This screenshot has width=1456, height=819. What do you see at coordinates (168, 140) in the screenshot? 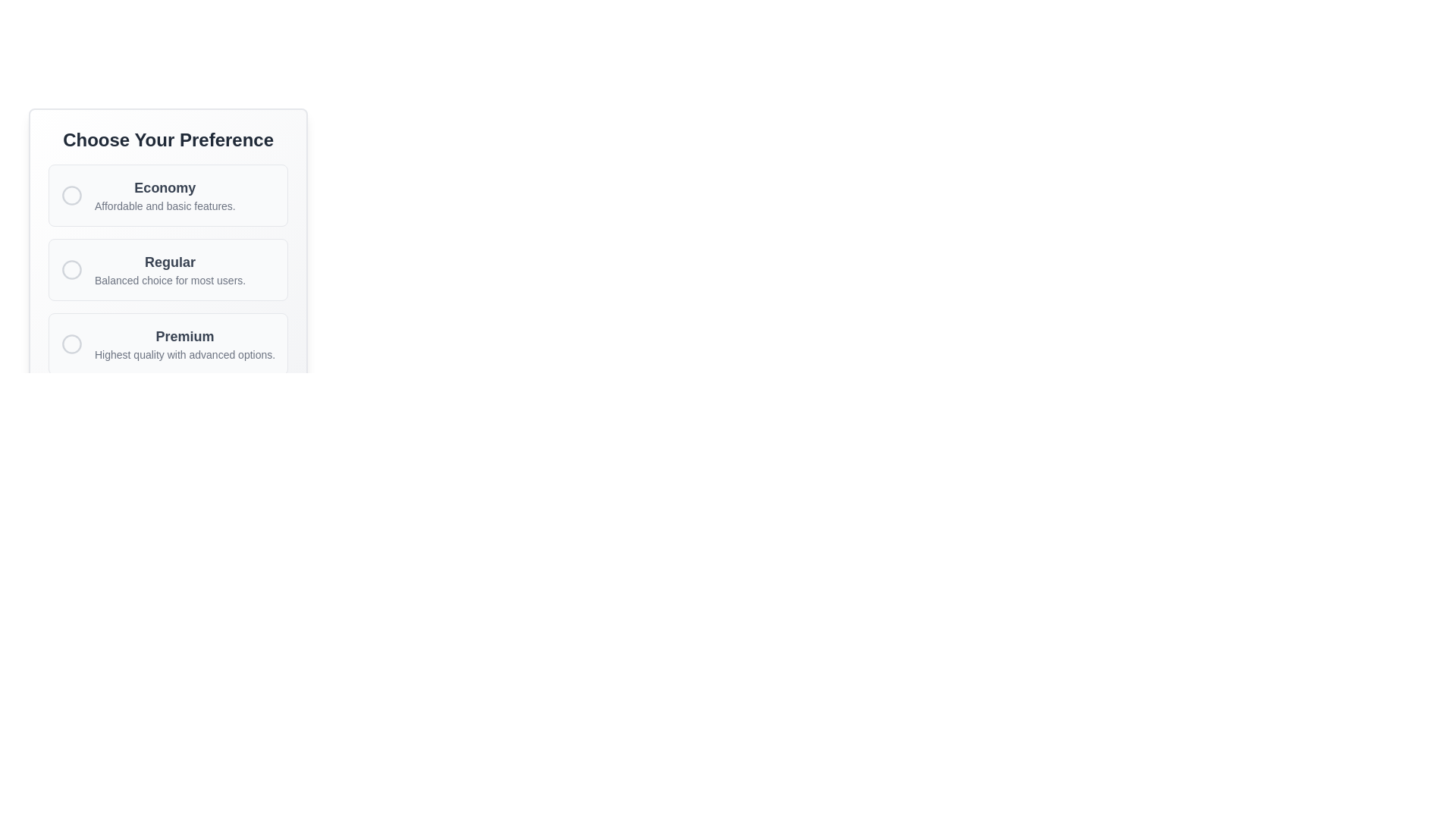
I see `the main heading 'Choose Your Preference' located at the top of the card that introduces the selection options underneath` at bounding box center [168, 140].